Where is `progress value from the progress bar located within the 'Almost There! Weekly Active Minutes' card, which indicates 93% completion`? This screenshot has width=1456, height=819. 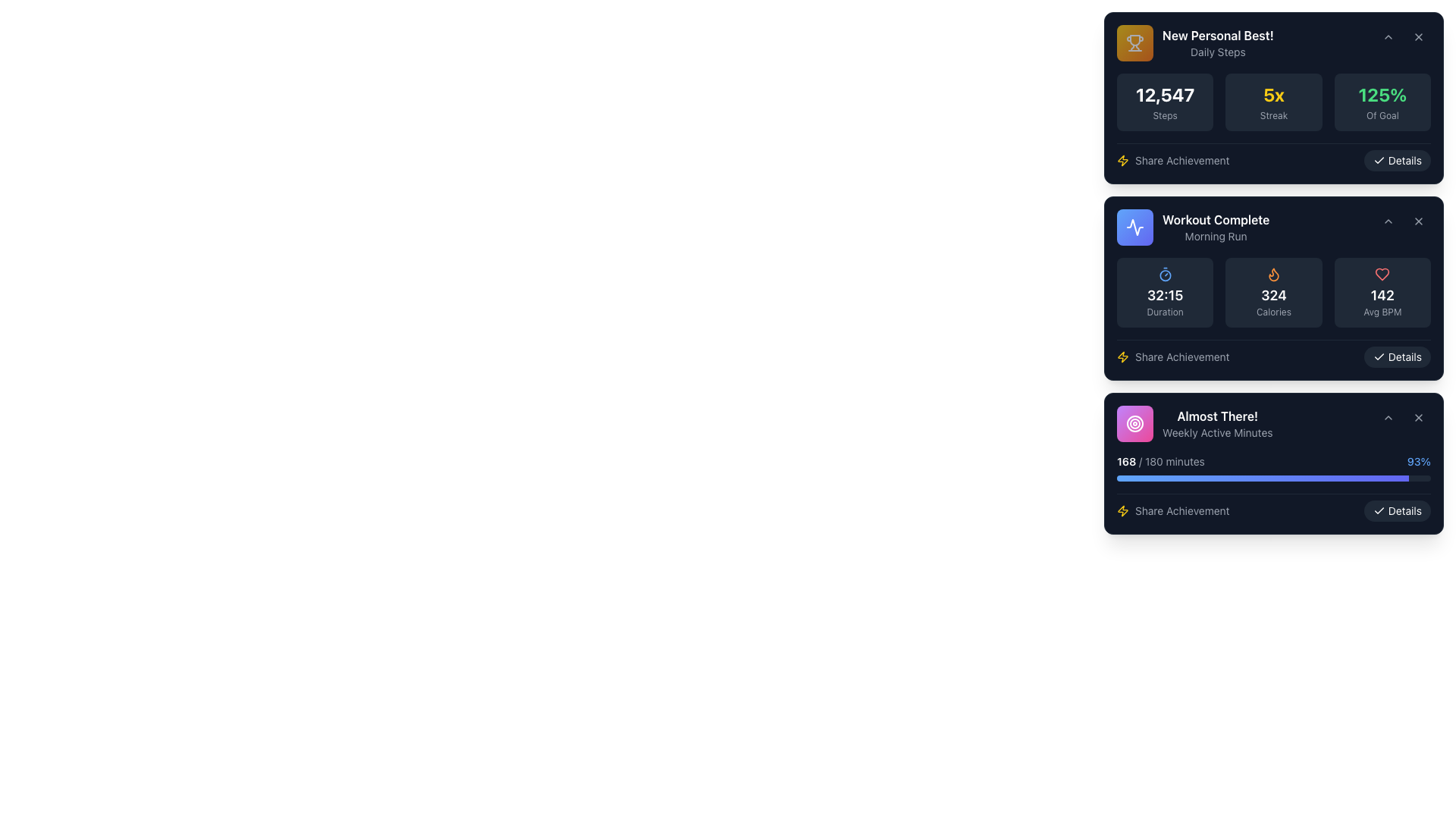 progress value from the progress bar located within the 'Almost There! Weekly Active Minutes' card, which indicates 93% completion is located at coordinates (1274, 488).